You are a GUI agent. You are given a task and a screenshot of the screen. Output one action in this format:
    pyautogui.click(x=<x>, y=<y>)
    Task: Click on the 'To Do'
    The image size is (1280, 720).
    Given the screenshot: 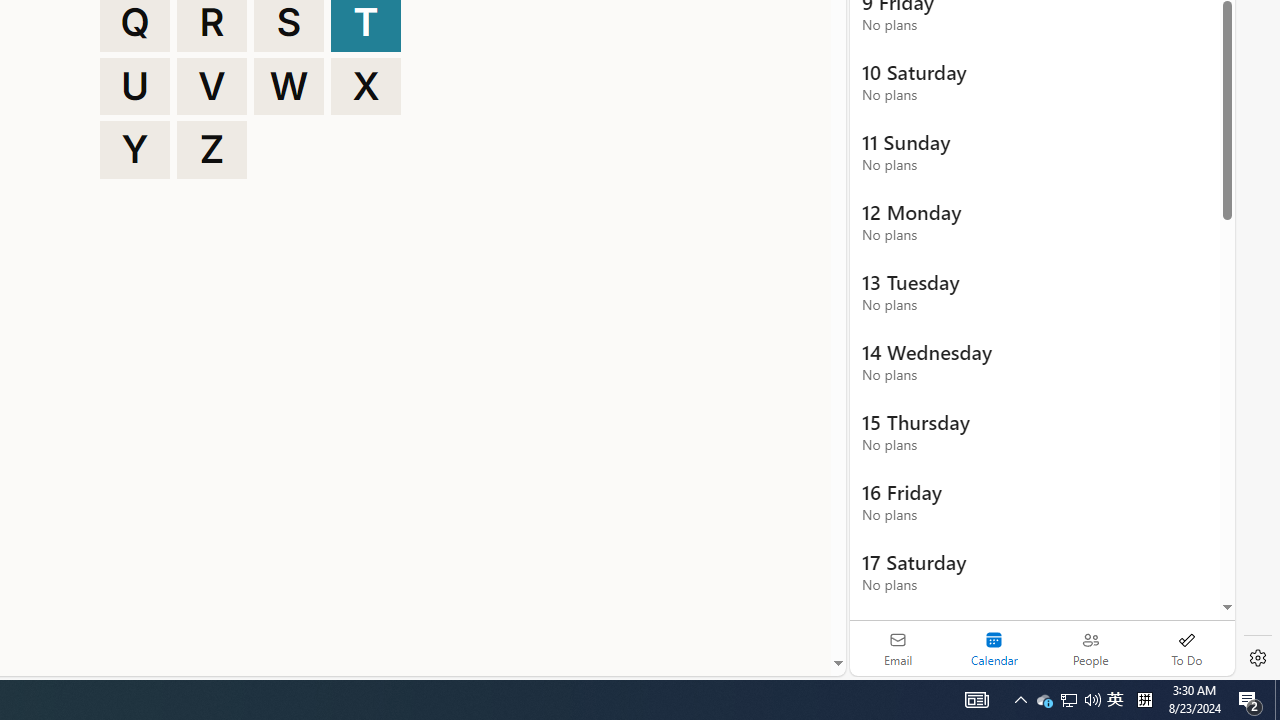 What is the action you would take?
    pyautogui.click(x=1186, y=648)
    